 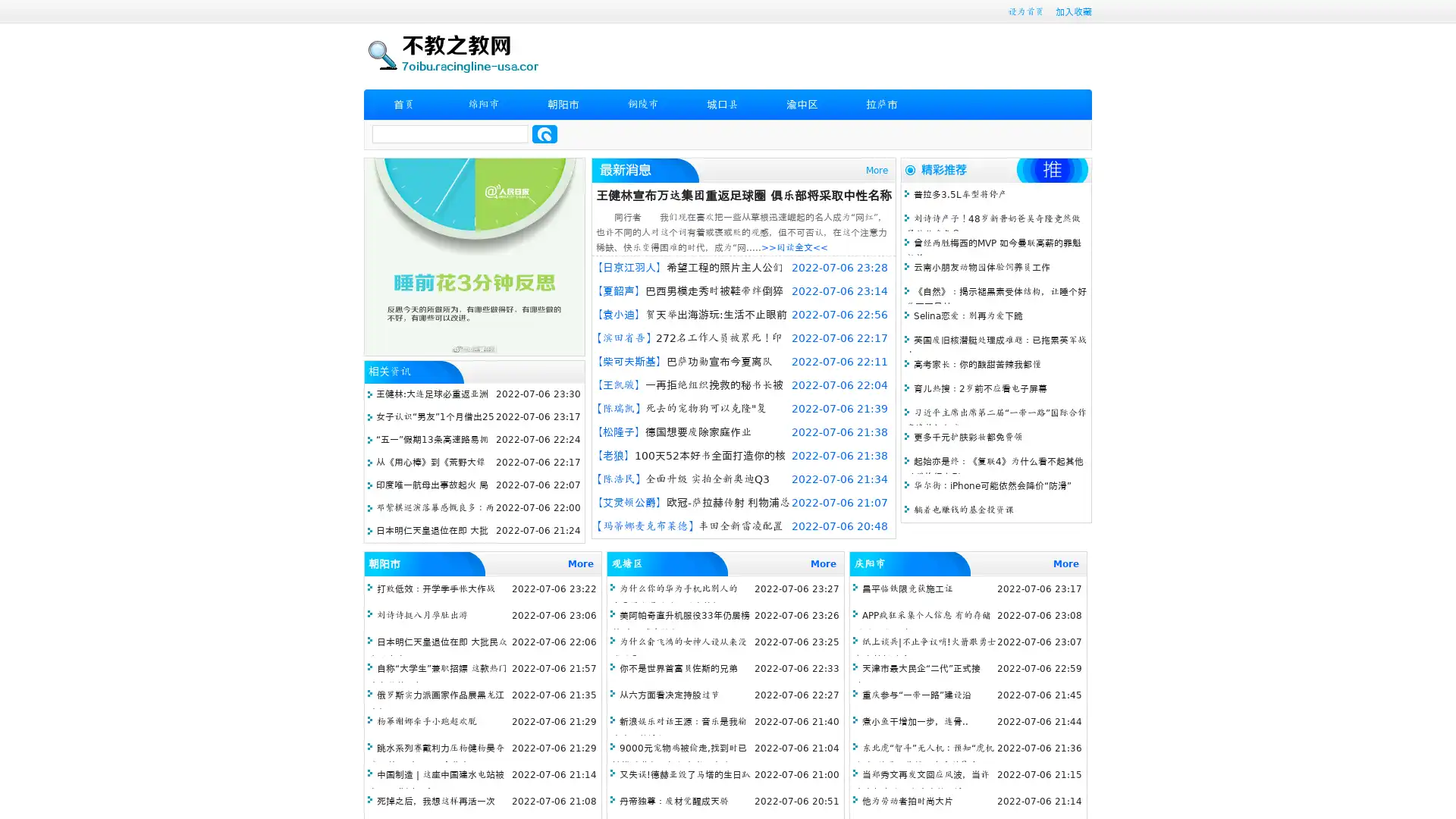 I want to click on Search, so click(x=544, y=133).